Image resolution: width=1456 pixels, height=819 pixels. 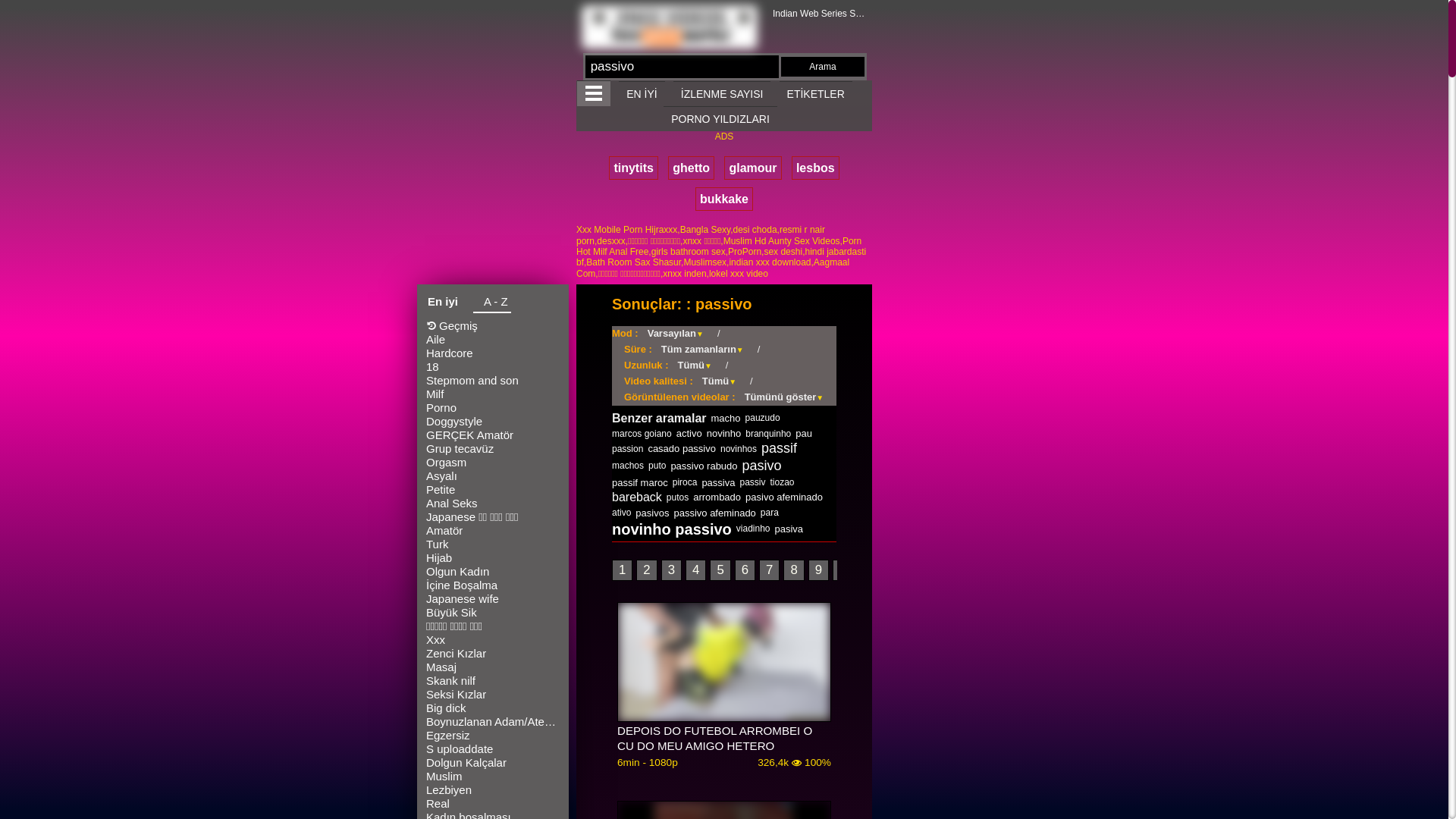 What do you see at coordinates (671, 529) in the screenshot?
I see `'novinho passivo'` at bounding box center [671, 529].